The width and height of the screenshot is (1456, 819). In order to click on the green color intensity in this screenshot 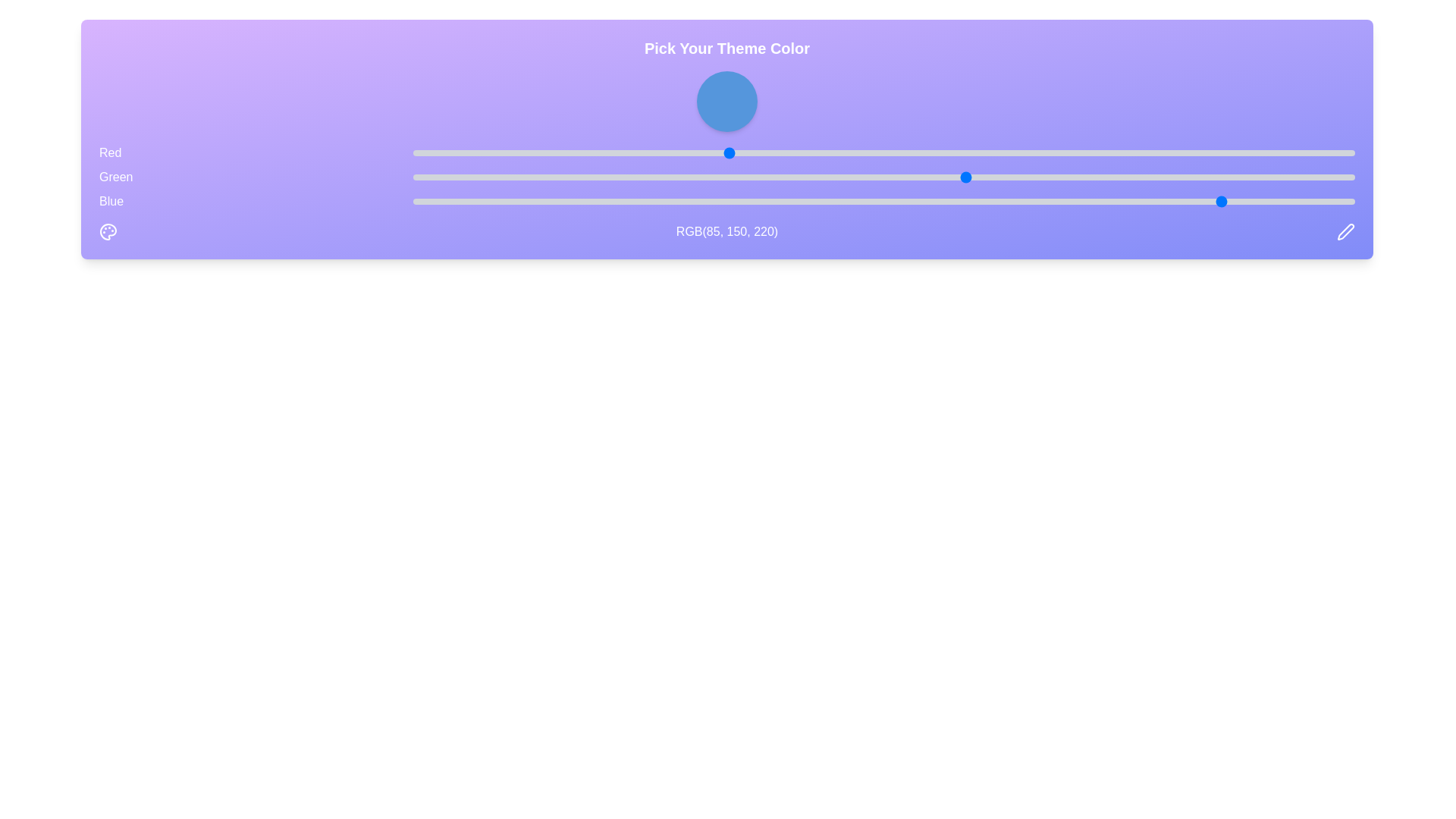, I will do `click(1115, 177)`.